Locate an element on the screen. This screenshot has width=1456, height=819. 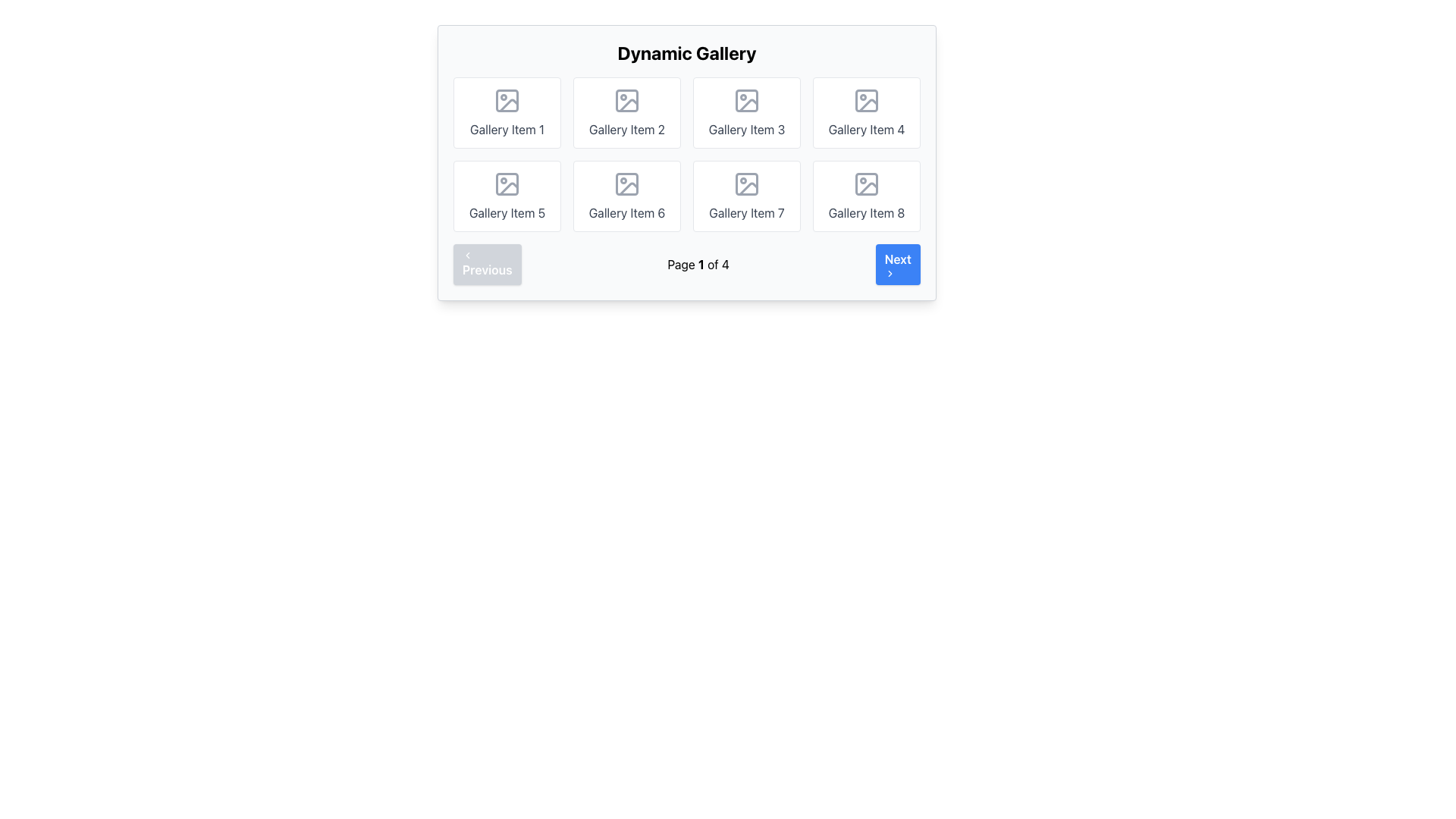
the first card element labeled 'Gallery Item 1' in the gallery grid is located at coordinates (507, 112).